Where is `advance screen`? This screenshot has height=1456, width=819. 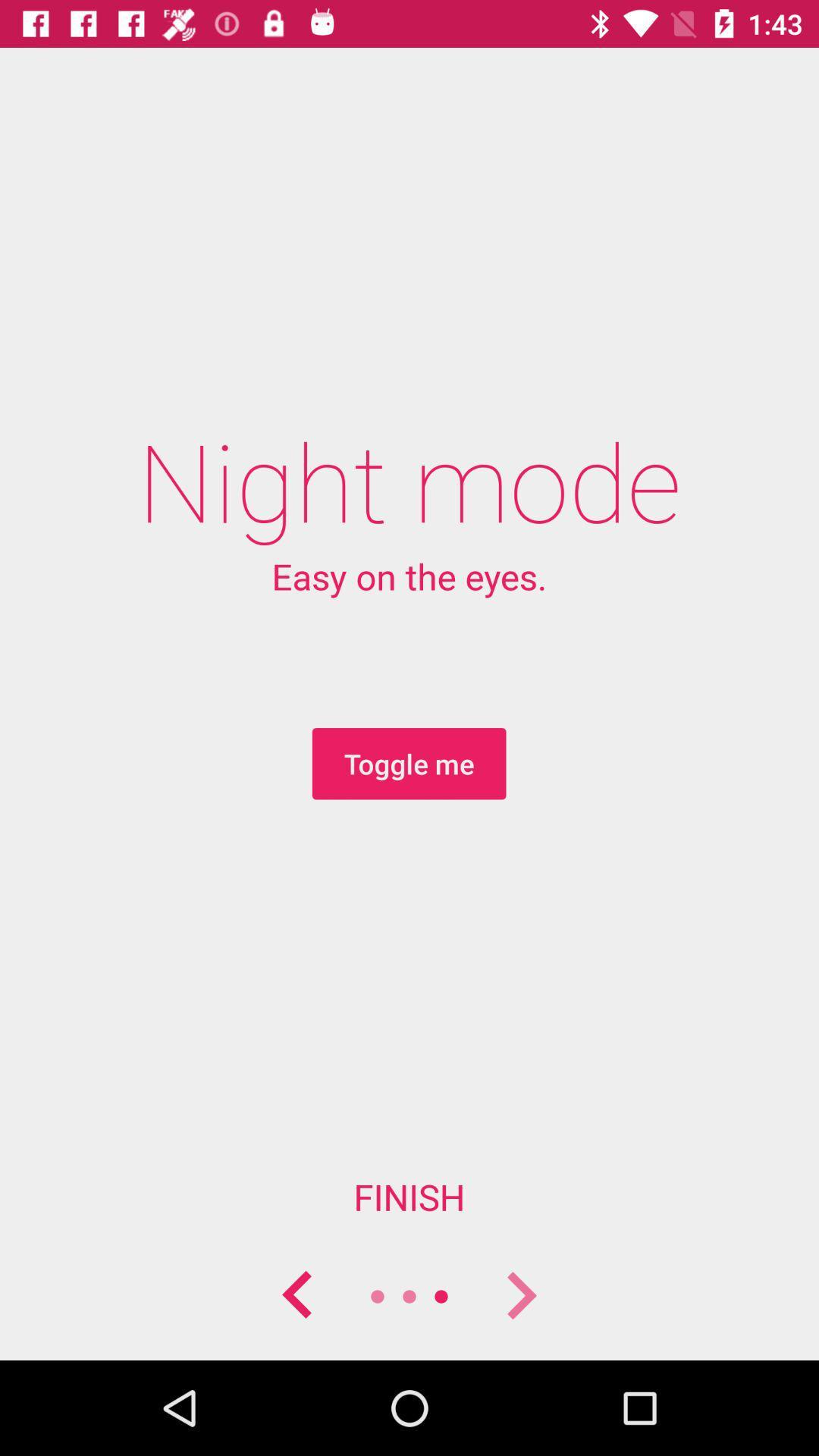
advance screen is located at coordinates (519, 1295).